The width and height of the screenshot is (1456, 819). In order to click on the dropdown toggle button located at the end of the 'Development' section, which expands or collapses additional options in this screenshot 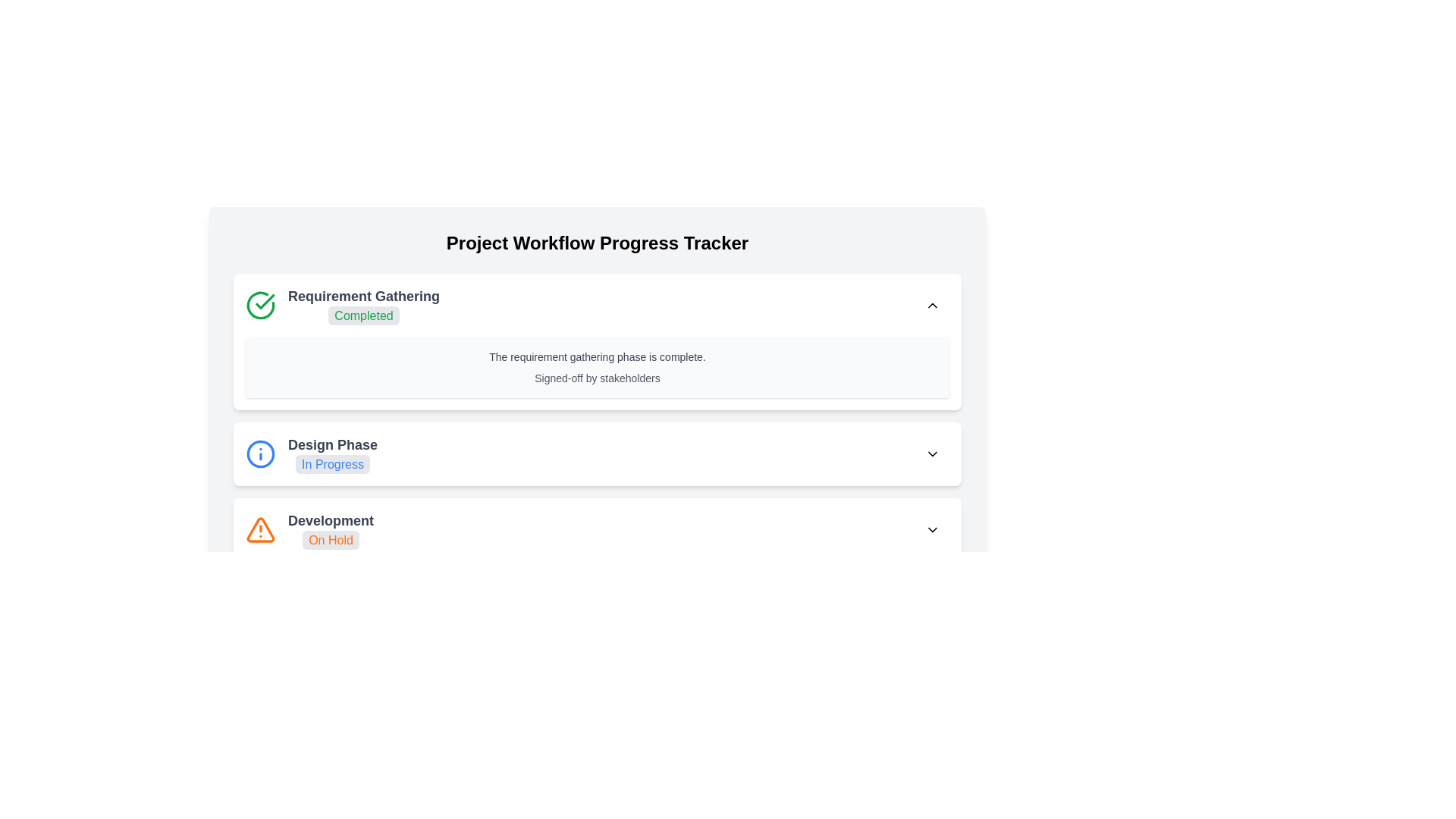, I will do `click(931, 529)`.